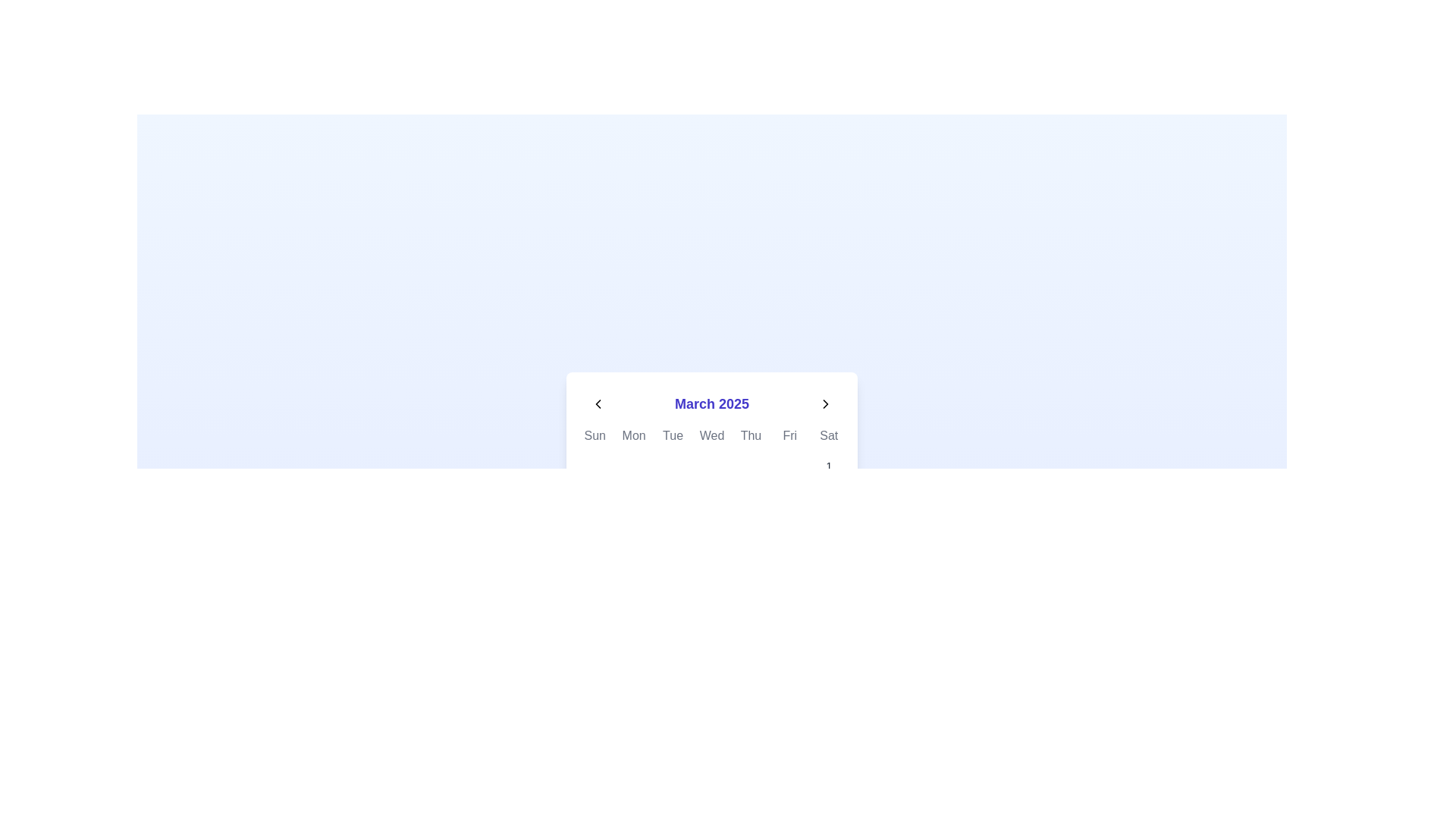  Describe the element at coordinates (751, 465) in the screenshot. I see `the button UI component located` at that location.